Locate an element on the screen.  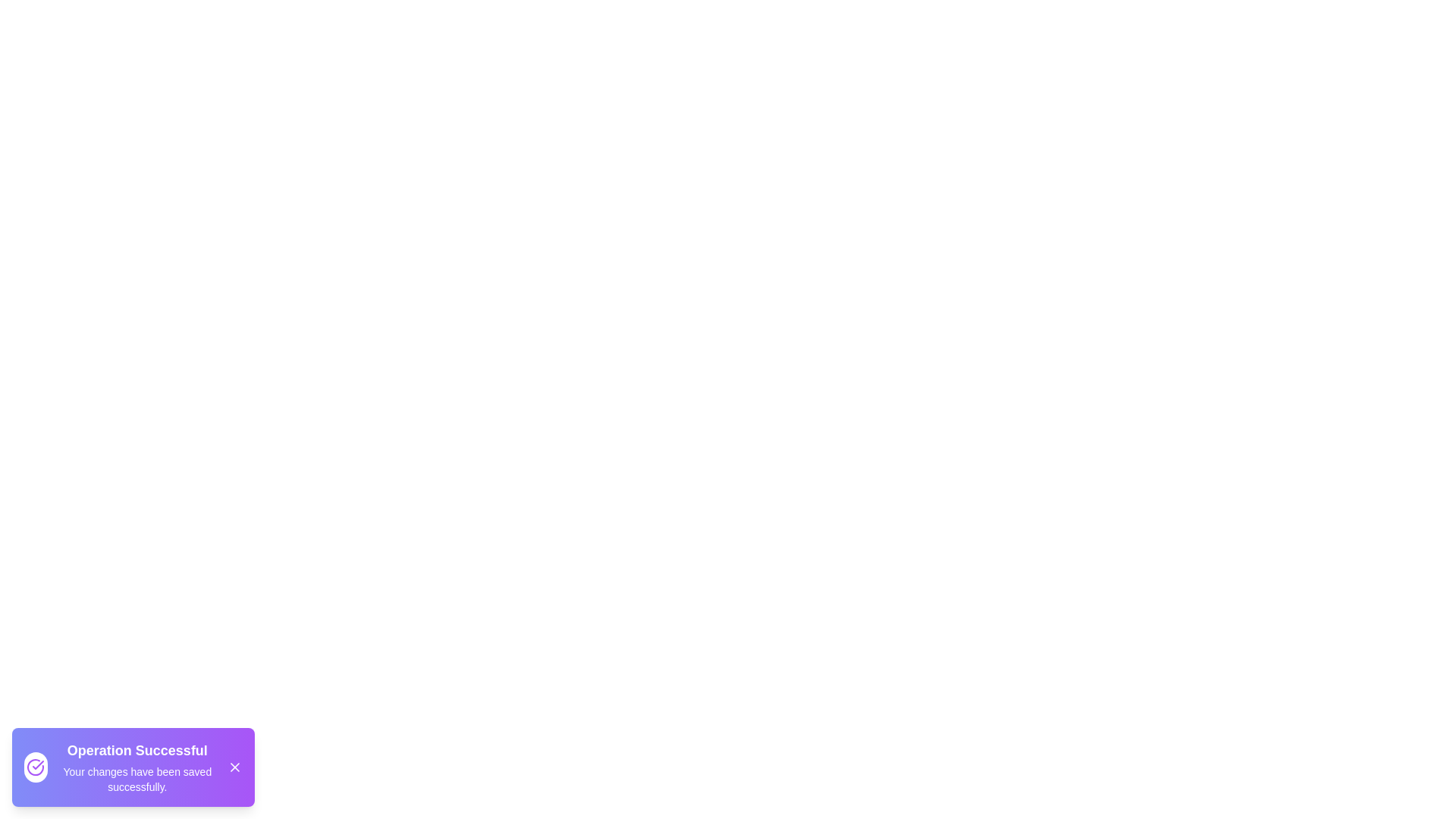
the ModernSnackbar component for accessibility interaction is located at coordinates (133, 767).